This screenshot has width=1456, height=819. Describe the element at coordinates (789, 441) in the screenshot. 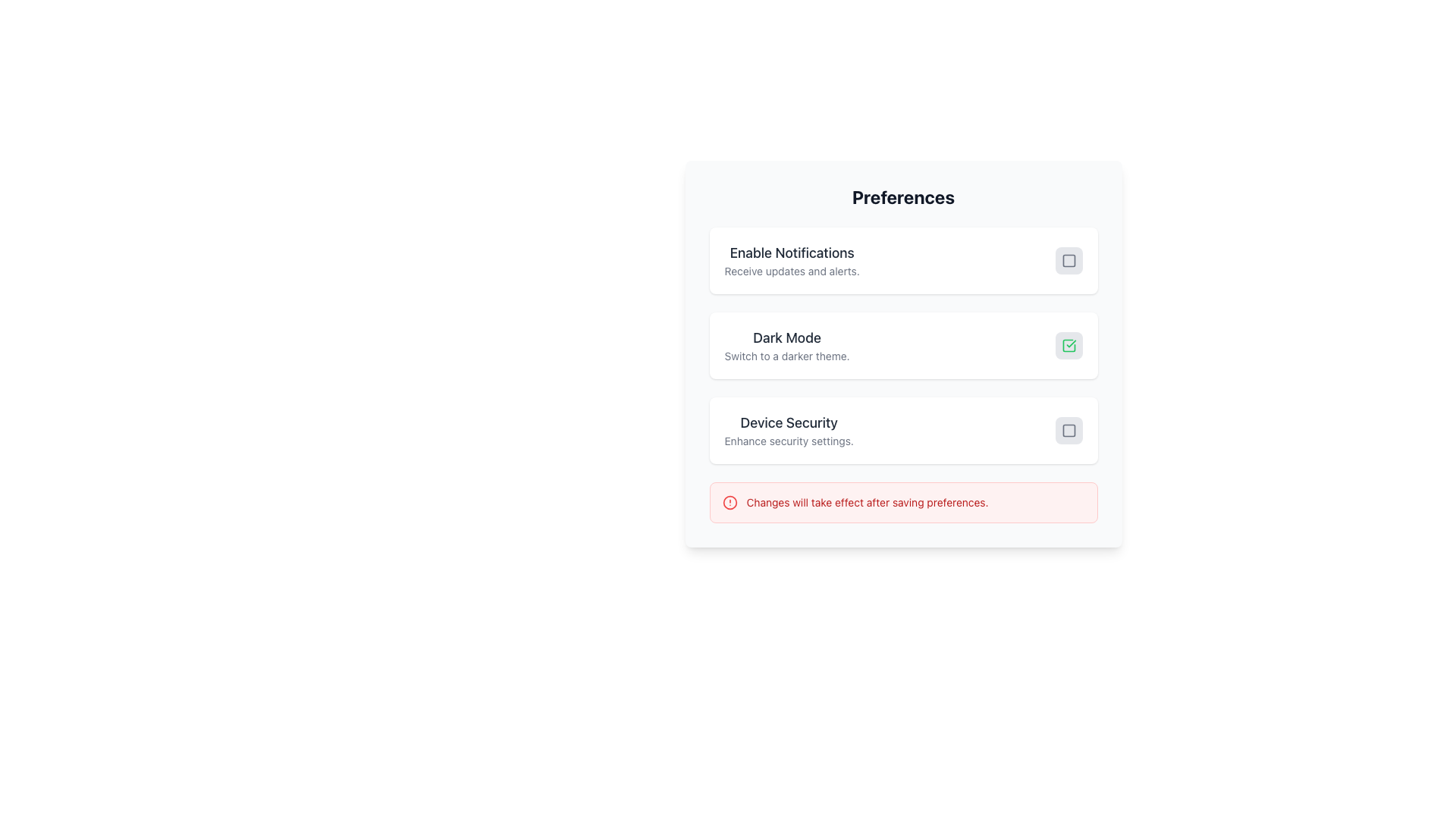

I see `the text label that reads 'Enhance security settings.' located below the 'Device Security' title in the preferences menu` at that location.